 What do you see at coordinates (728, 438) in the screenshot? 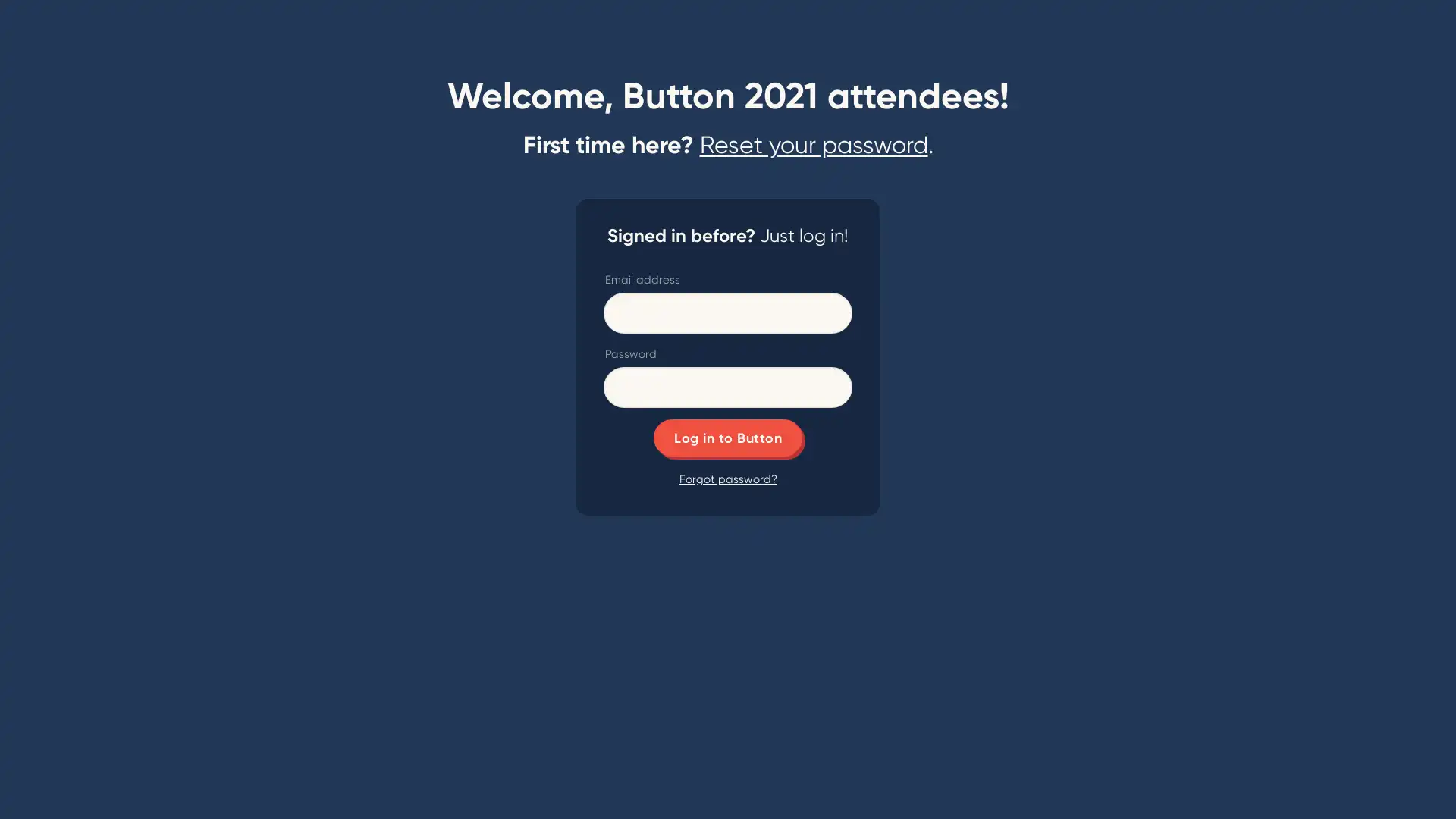
I see `Log in to Button` at bounding box center [728, 438].